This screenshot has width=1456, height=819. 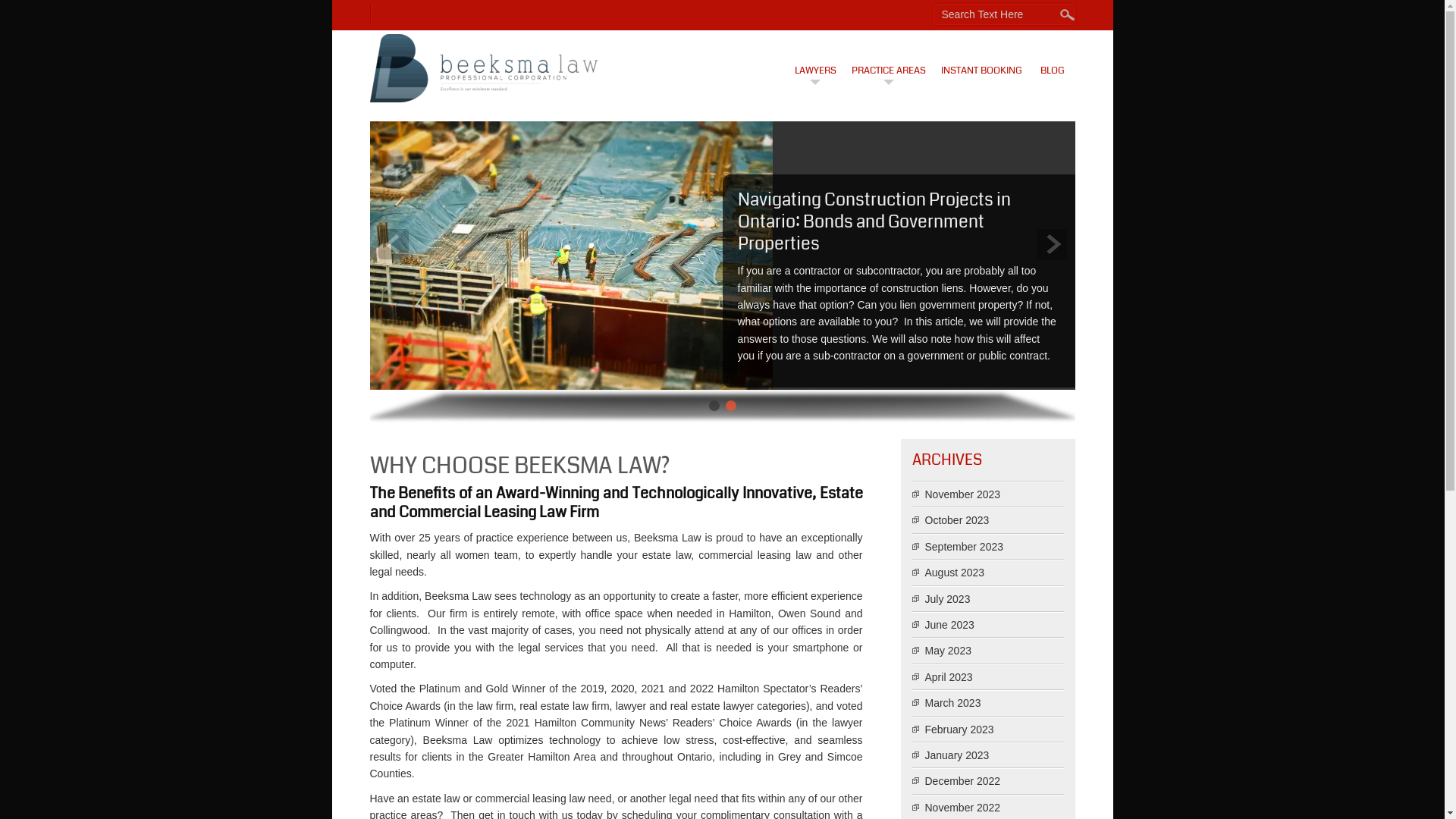 I want to click on 'February 2023', so click(x=959, y=728).